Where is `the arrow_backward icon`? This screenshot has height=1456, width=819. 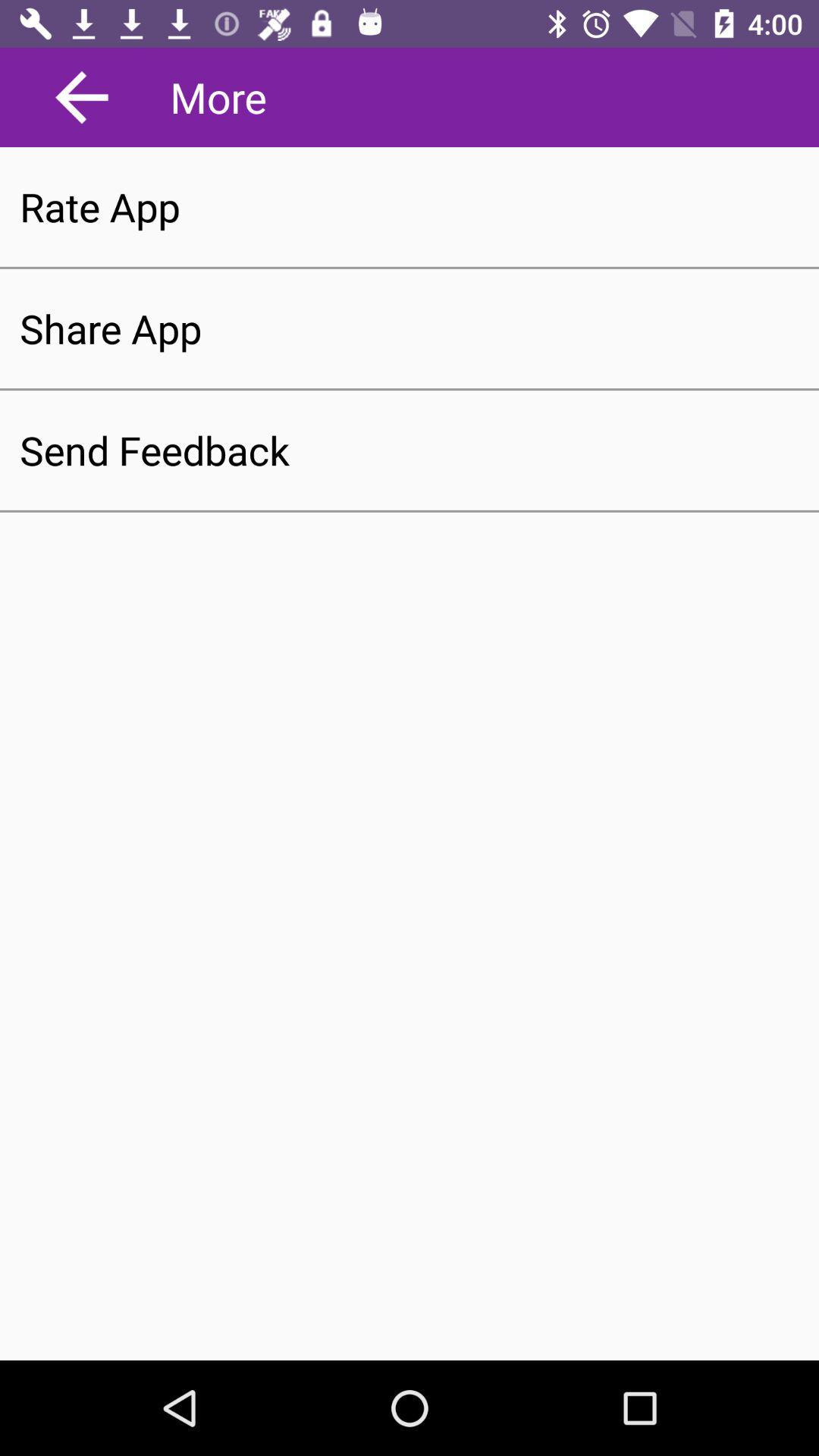 the arrow_backward icon is located at coordinates (82, 96).